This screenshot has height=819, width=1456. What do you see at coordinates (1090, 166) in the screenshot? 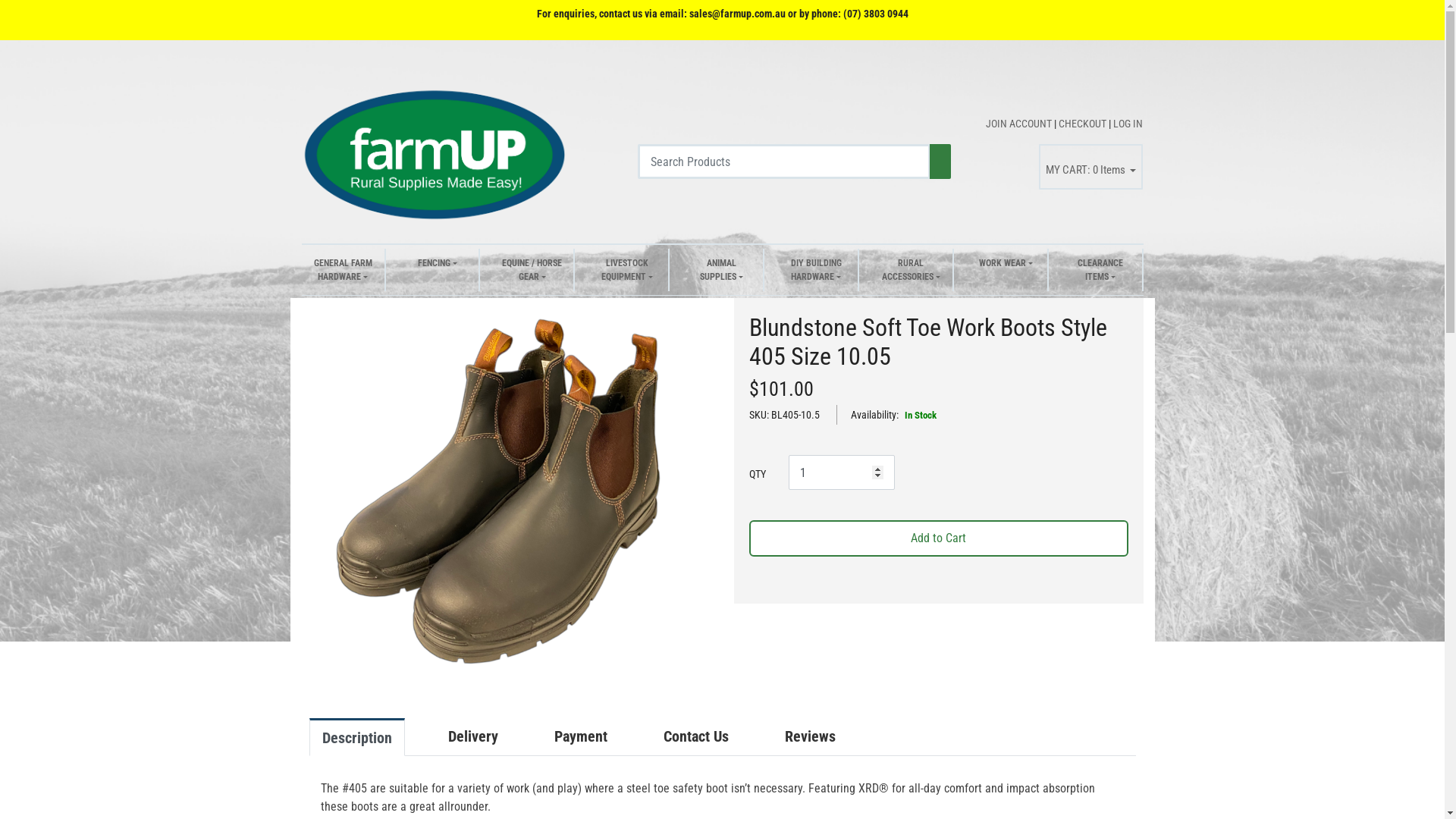
I see `'MY CART: 0 Items'` at bounding box center [1090, 166].